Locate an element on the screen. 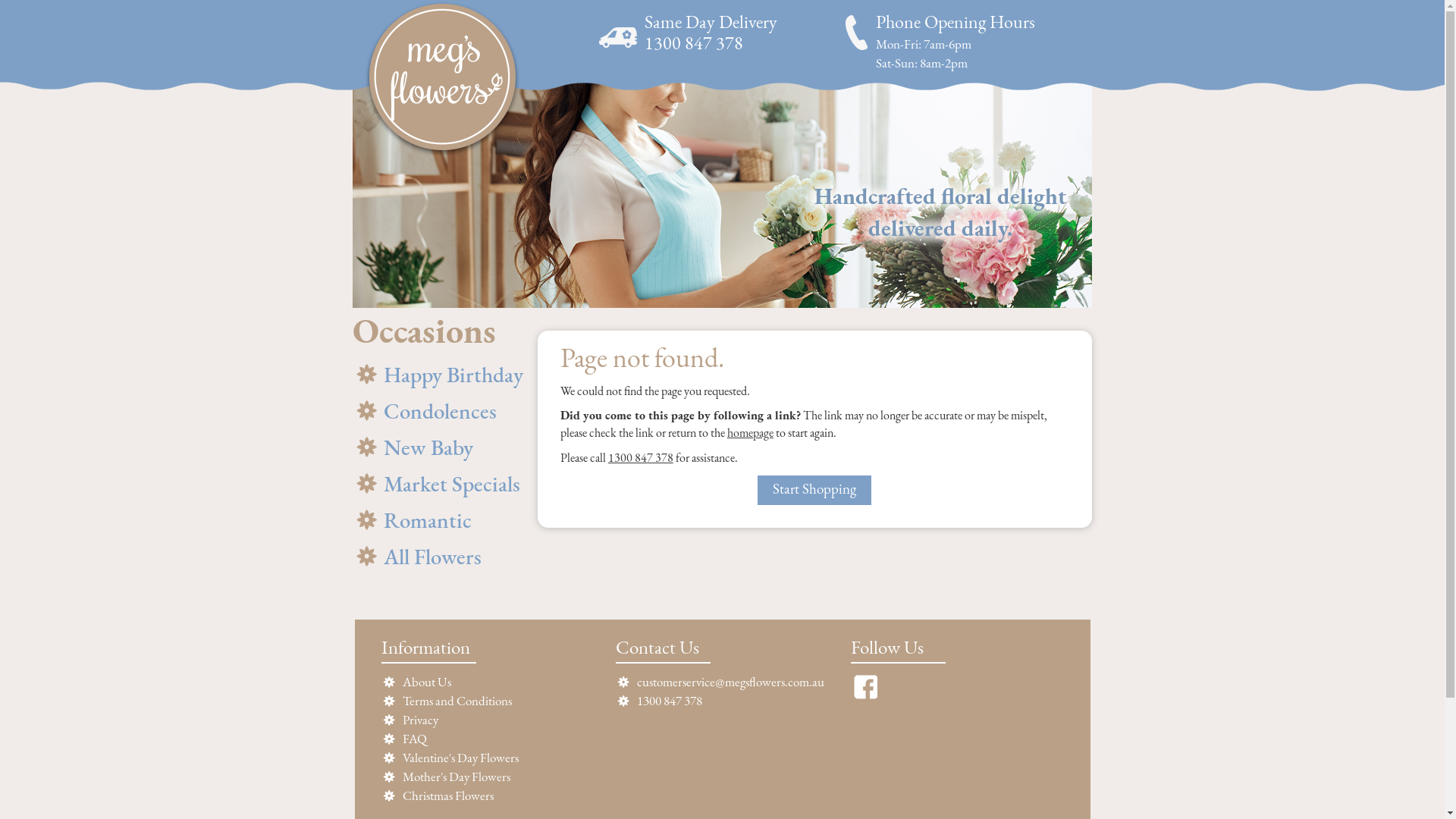 This screenshot has height=819, width=1456. 'Terms and Conditions' is located at coordinates (401, 701).